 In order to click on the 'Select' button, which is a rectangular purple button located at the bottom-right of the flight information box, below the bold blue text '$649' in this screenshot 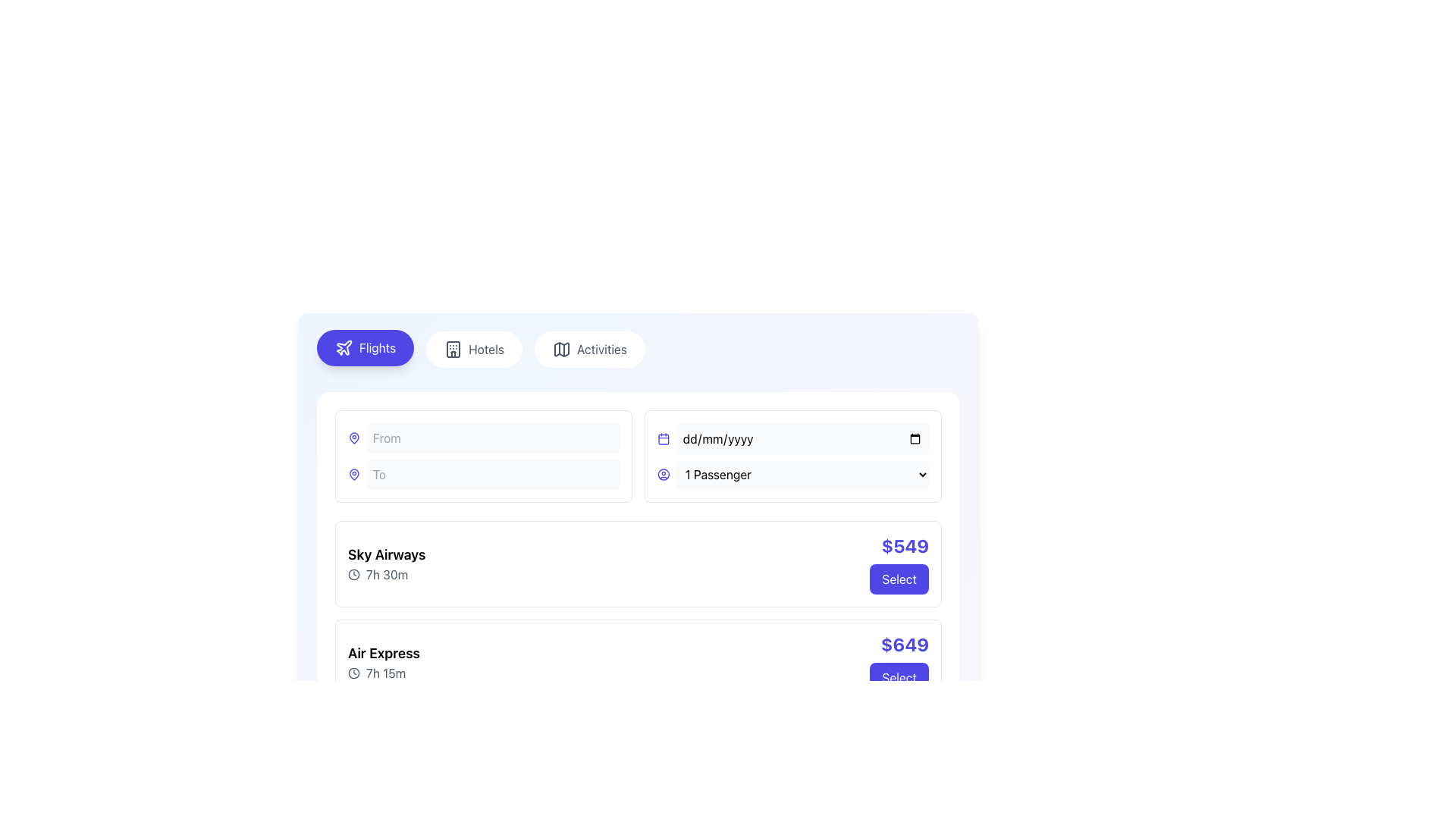, I will do `click(899, 662)`.